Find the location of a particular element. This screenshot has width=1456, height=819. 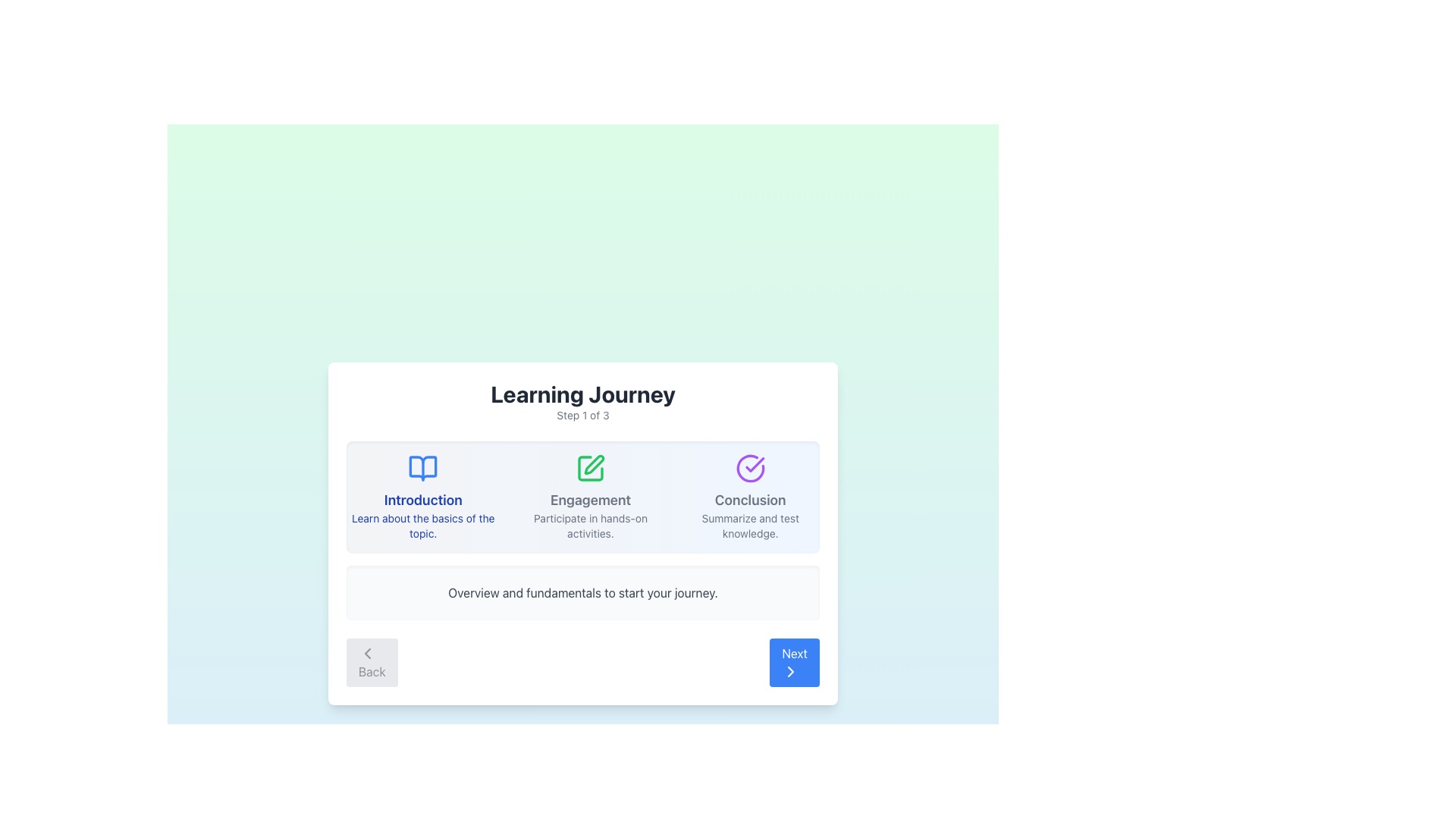

the 'Engagement' icon located in the center of the navigation bar, positioned between 'Introduction' and 'Conclusion' is located at coordinates (589, 467).